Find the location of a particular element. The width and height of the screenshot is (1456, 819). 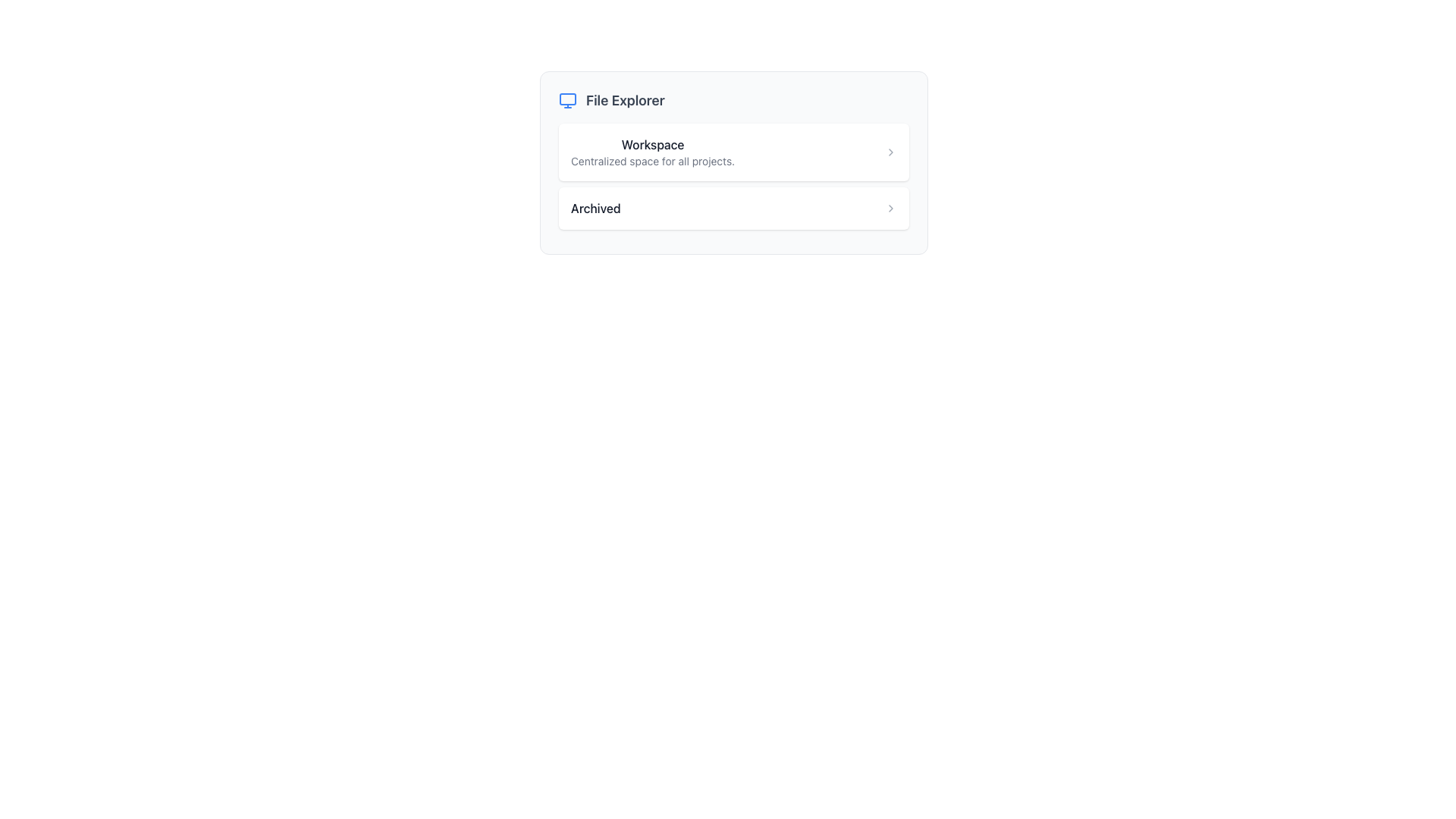

the first card in the vertical list of the 'File Explorer' is located at coordinates (734, 152).